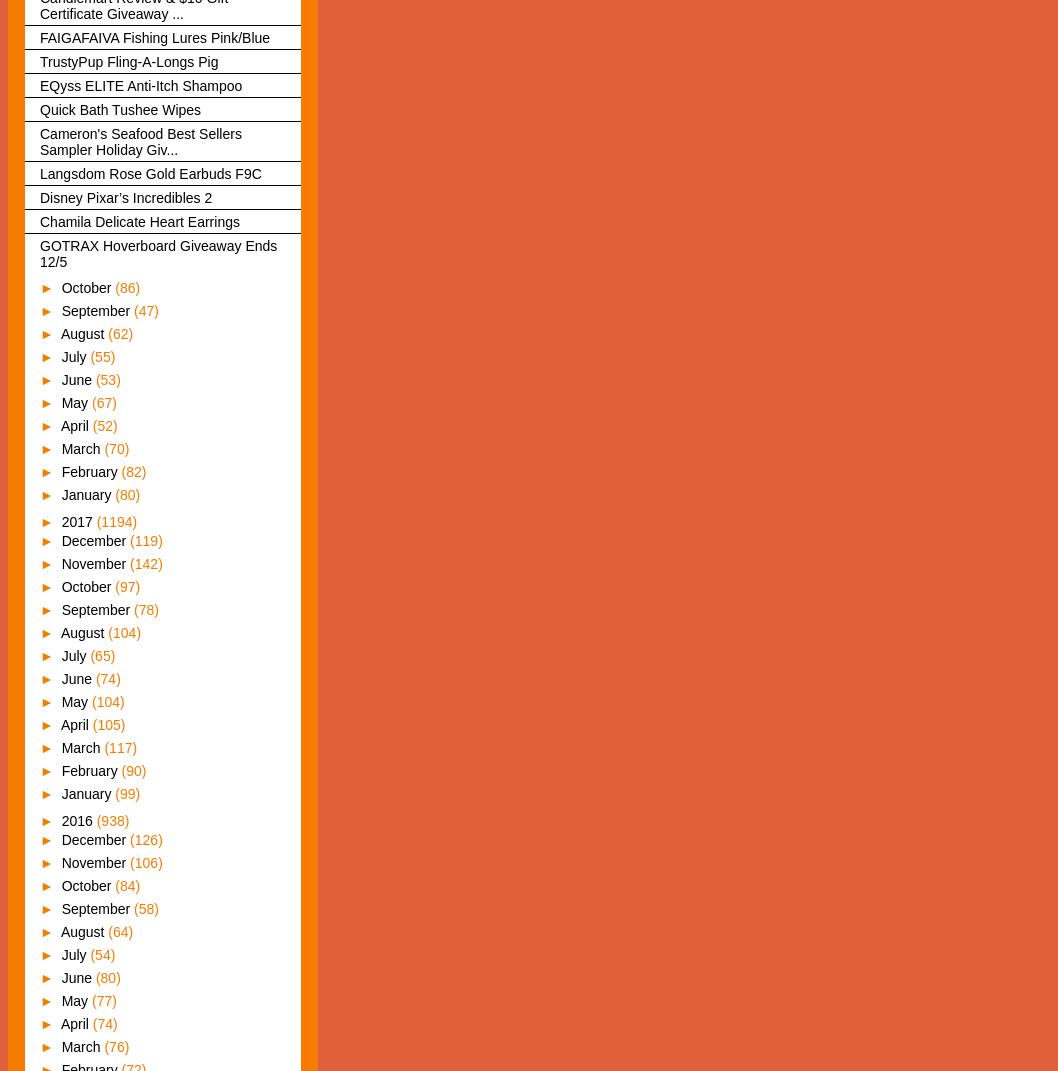 The height and width of the screenshot is (1071, 1058). What do you see at coordinates (126, 793) in the screenshot?
I see `'(99)'` at bounding box center [126, 793].